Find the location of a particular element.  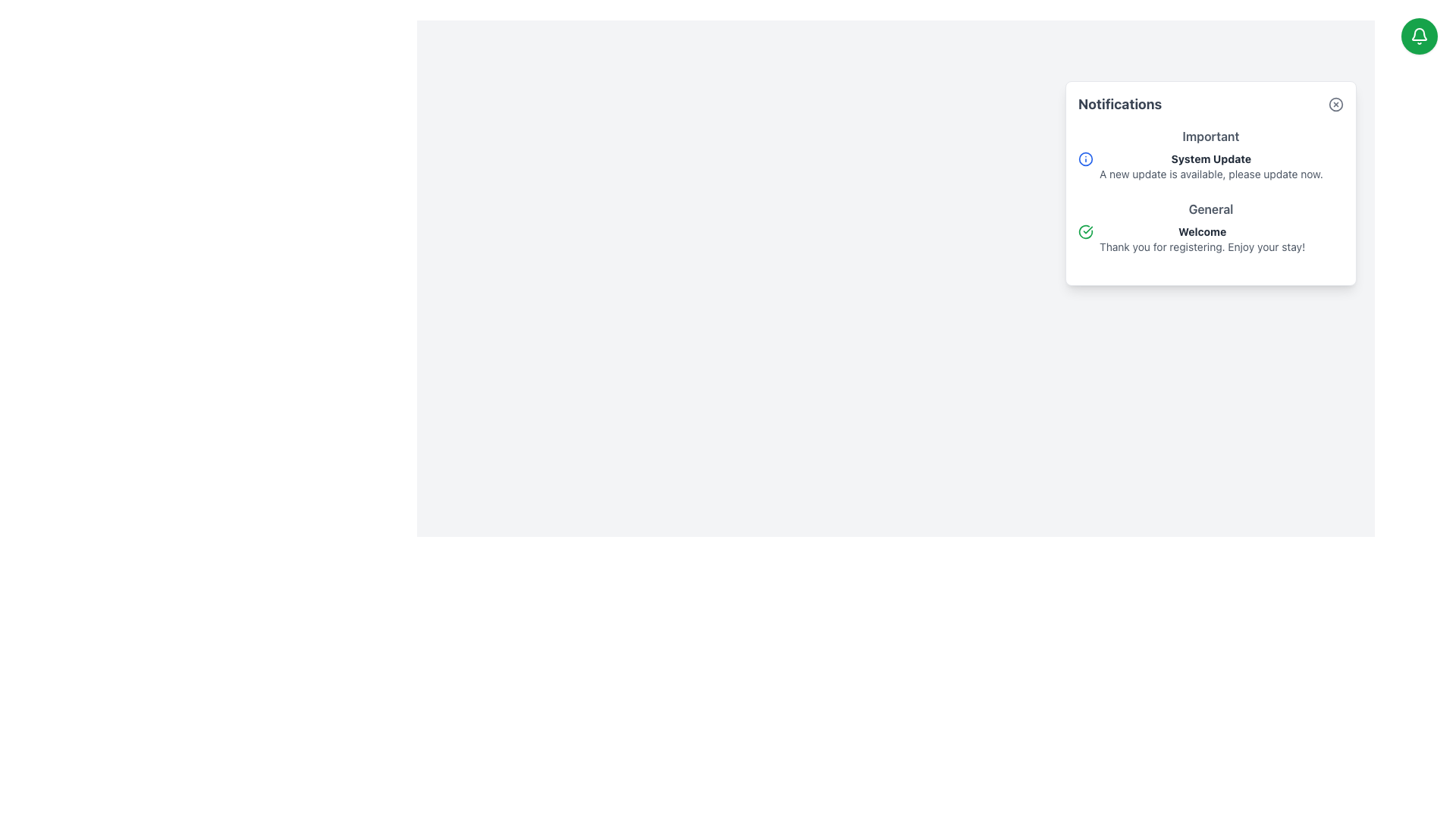

the greeting header text label in the 'General' section of the notifications card, which is located directly above the phrase 'Thank you for registering. Enjoy your stay!' is located at coordinates (1201, 231).